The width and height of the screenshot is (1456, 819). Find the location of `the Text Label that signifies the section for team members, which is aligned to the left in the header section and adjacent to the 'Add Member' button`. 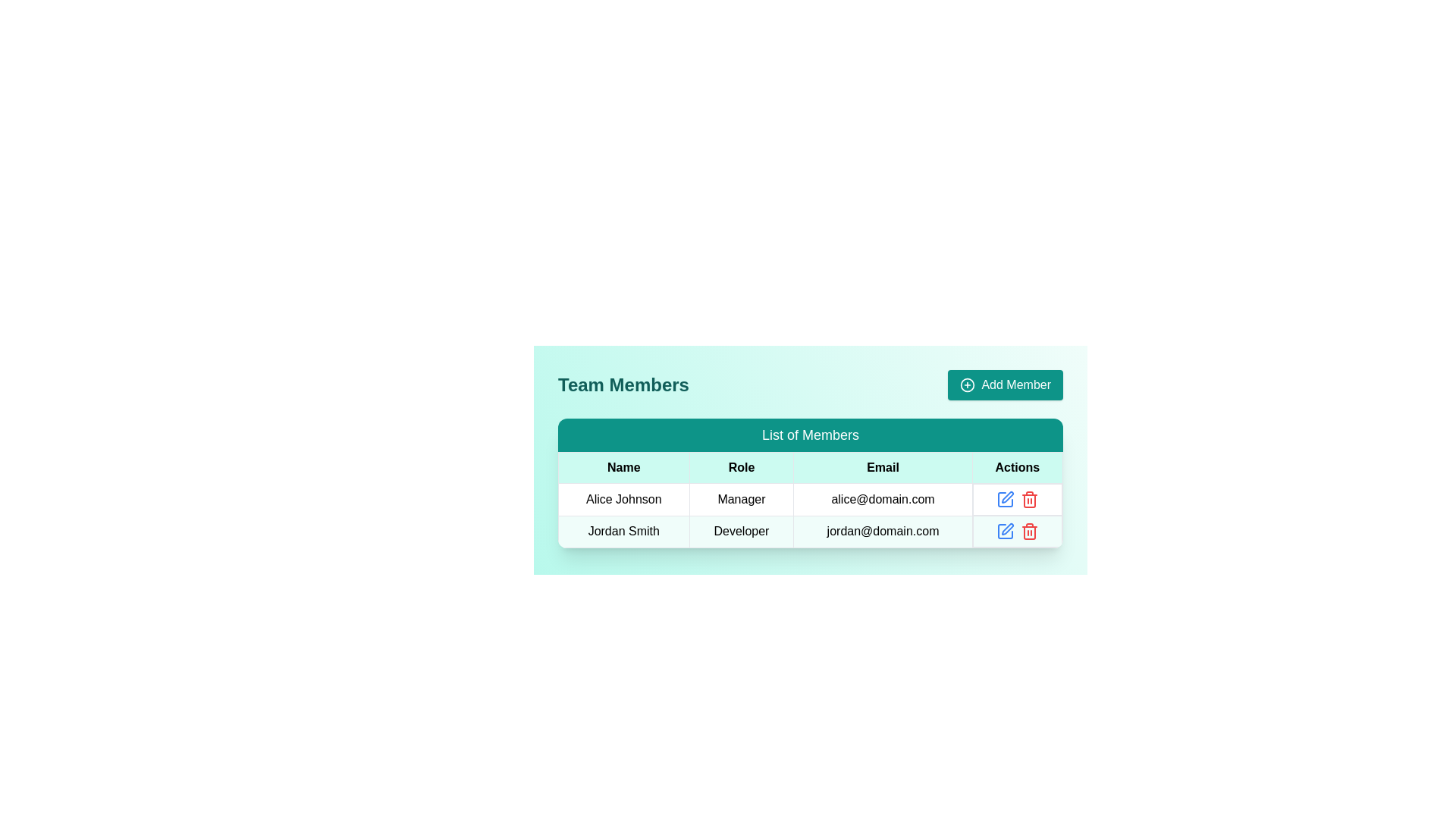

the Text Label that signifies the section for team members, which is aligned to the left in the header section and adjacent to the 'Add Member' button is located at coordinates (623, 384).